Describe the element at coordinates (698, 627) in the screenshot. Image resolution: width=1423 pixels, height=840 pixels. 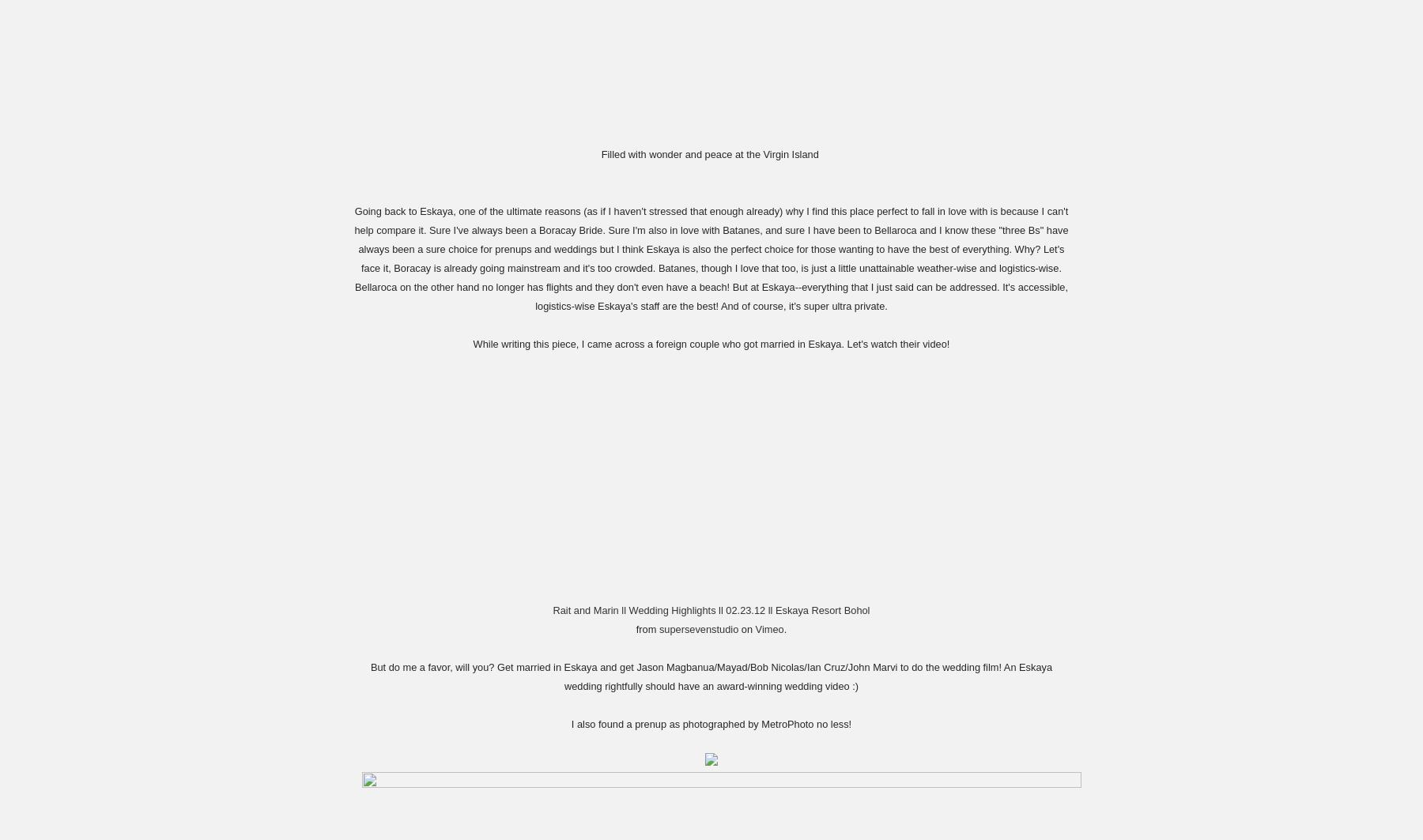
I see `'supersevenstudio'` at that location.